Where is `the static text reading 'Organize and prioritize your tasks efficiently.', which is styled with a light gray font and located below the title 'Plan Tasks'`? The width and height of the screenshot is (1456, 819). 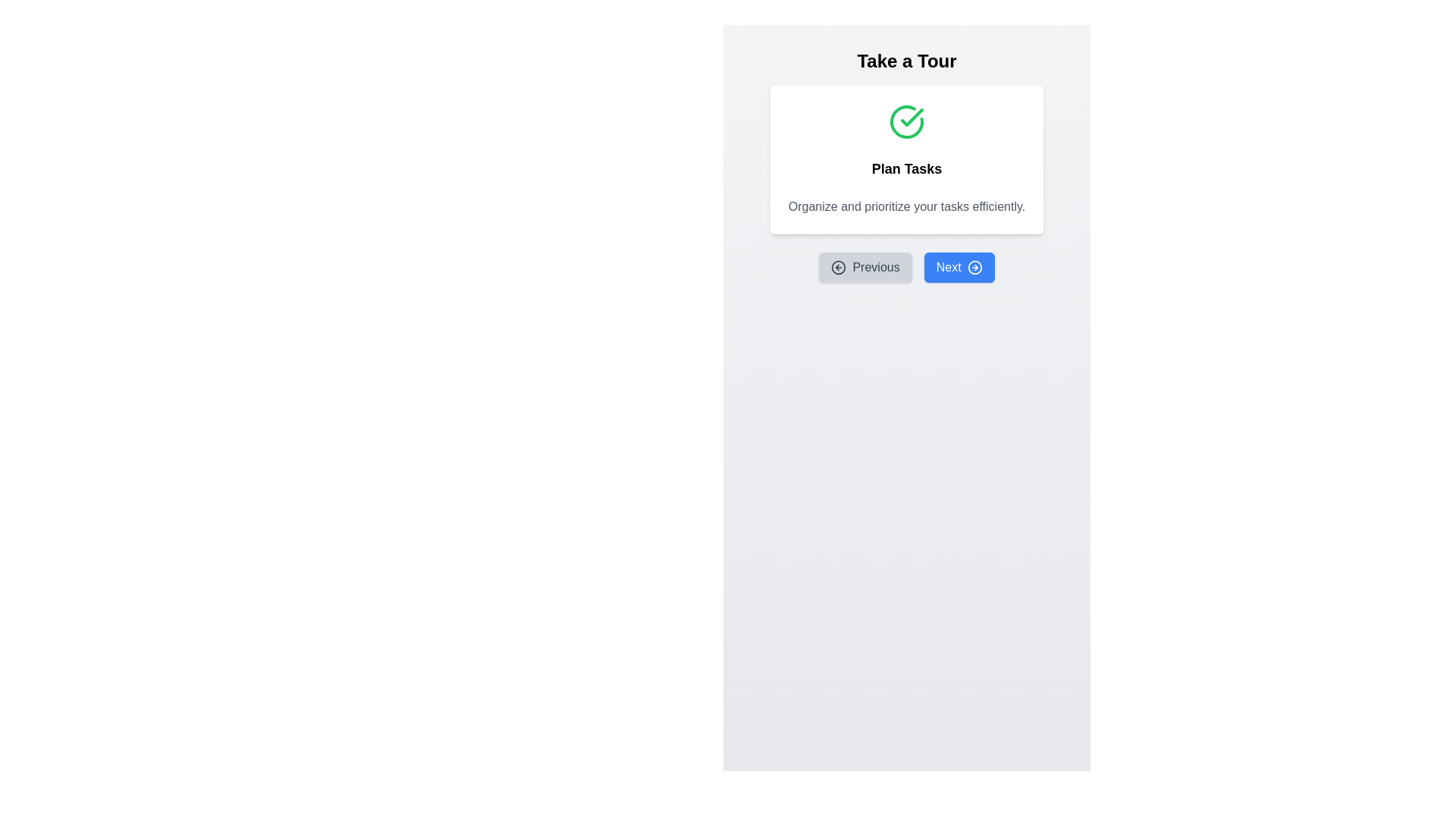
the static text reading 'Organize and prioritize your tasks efficiently.', which is styled with a light gray font and located below the title 'Plan Tasks' is located at coordinates (906, 207).